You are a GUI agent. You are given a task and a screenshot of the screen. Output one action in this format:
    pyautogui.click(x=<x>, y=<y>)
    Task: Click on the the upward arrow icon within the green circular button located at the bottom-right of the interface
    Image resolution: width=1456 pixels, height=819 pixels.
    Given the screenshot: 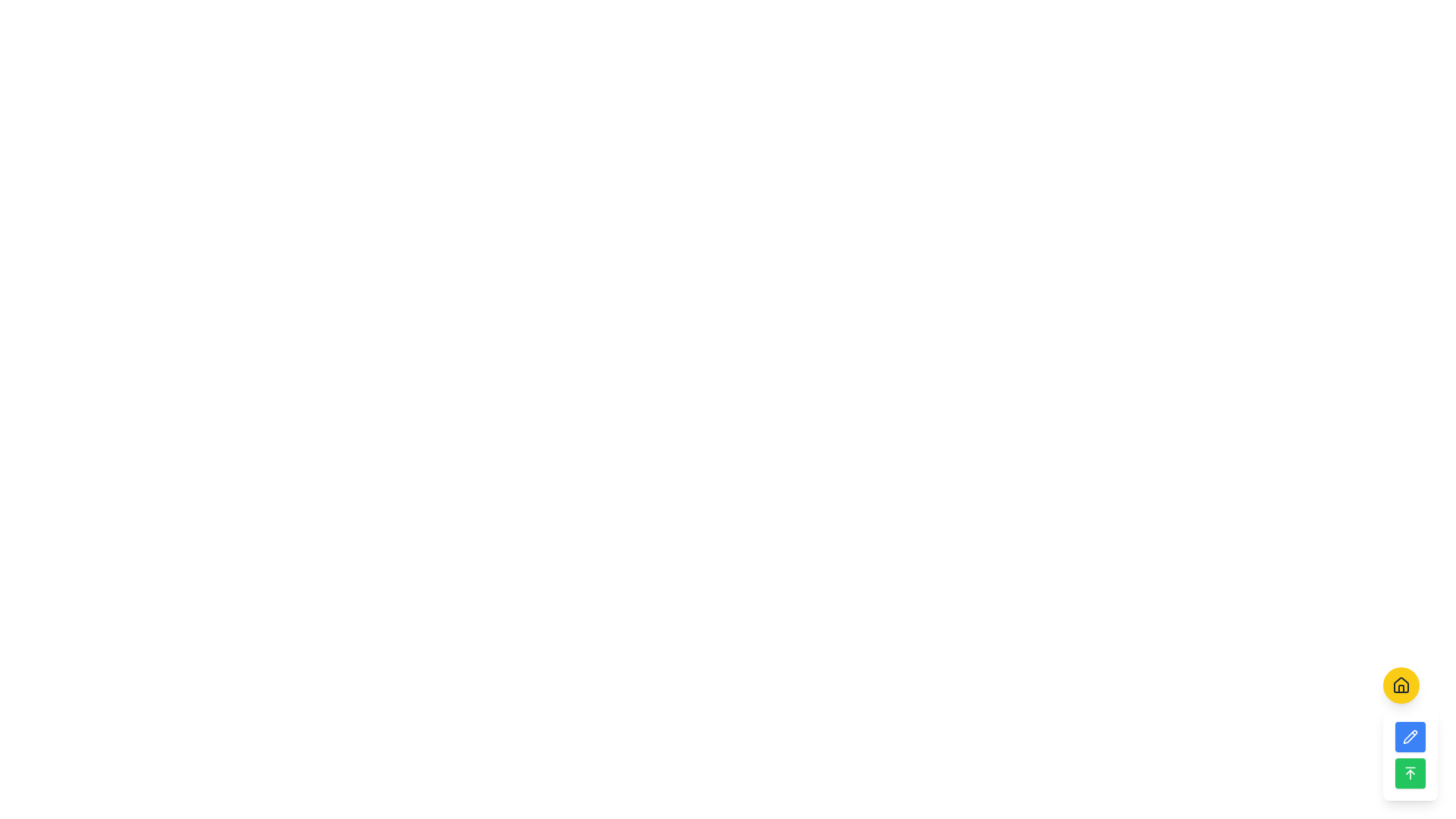 What is the action you would take?
    pyautogui.click(x=1410, y=773)
    